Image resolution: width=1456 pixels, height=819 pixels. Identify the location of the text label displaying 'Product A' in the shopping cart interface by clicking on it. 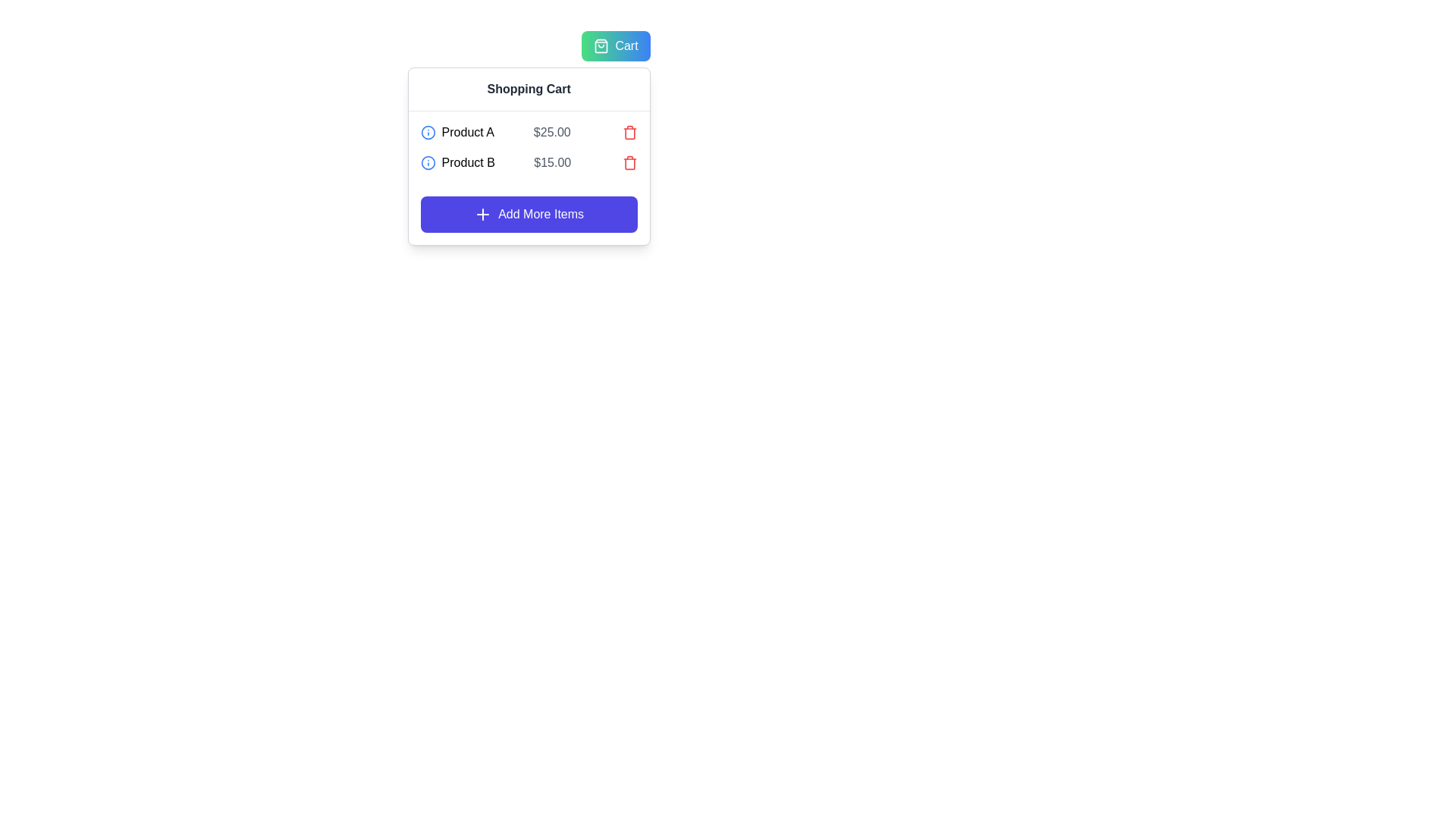
(467, 131).